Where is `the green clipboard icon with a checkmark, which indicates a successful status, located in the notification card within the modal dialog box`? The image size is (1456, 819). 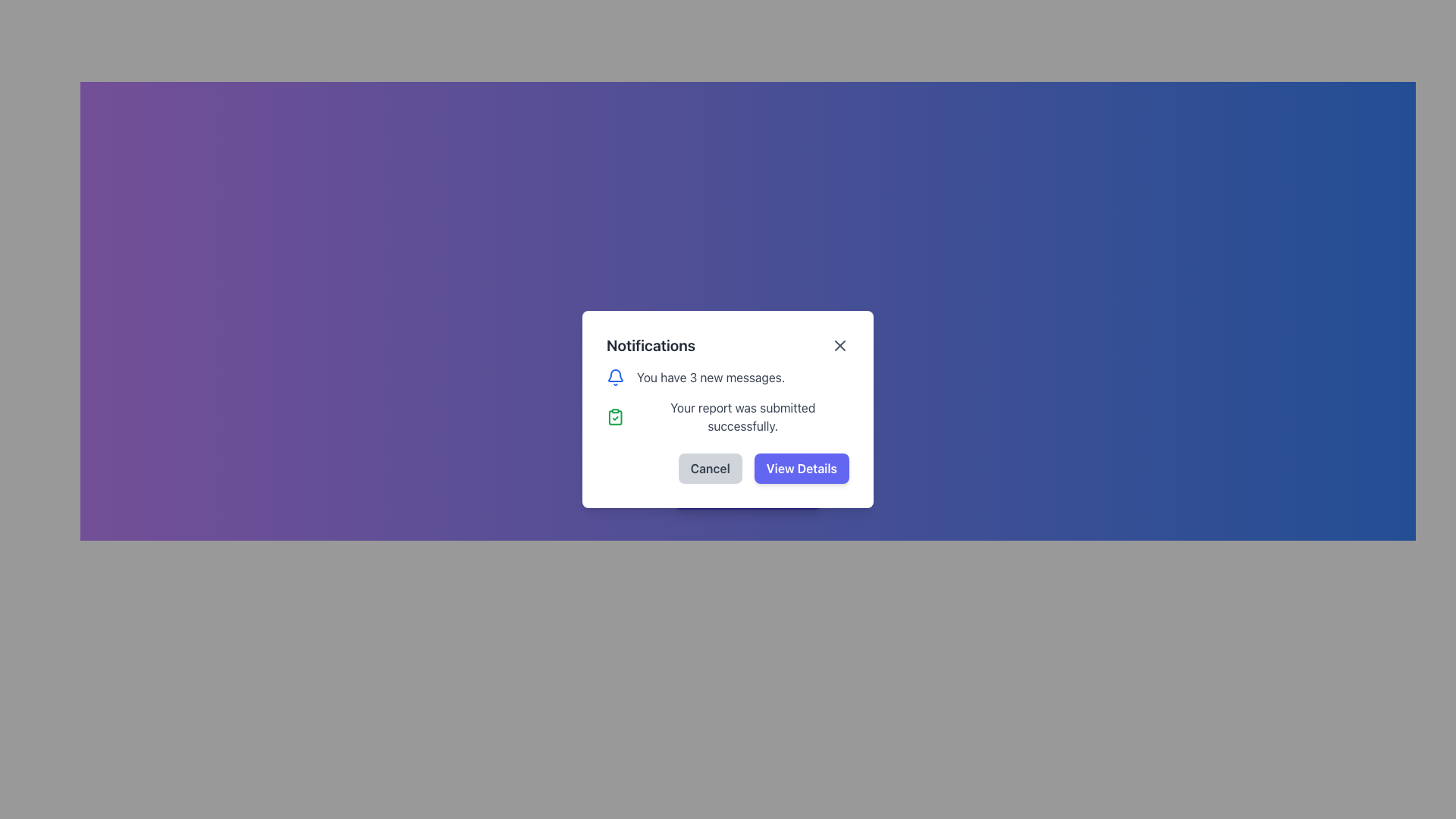 the green clipboard icon with a checkmark, which indicates a successful status, located in the notification card within the modal dialog box is located at coordinates (615, 417).